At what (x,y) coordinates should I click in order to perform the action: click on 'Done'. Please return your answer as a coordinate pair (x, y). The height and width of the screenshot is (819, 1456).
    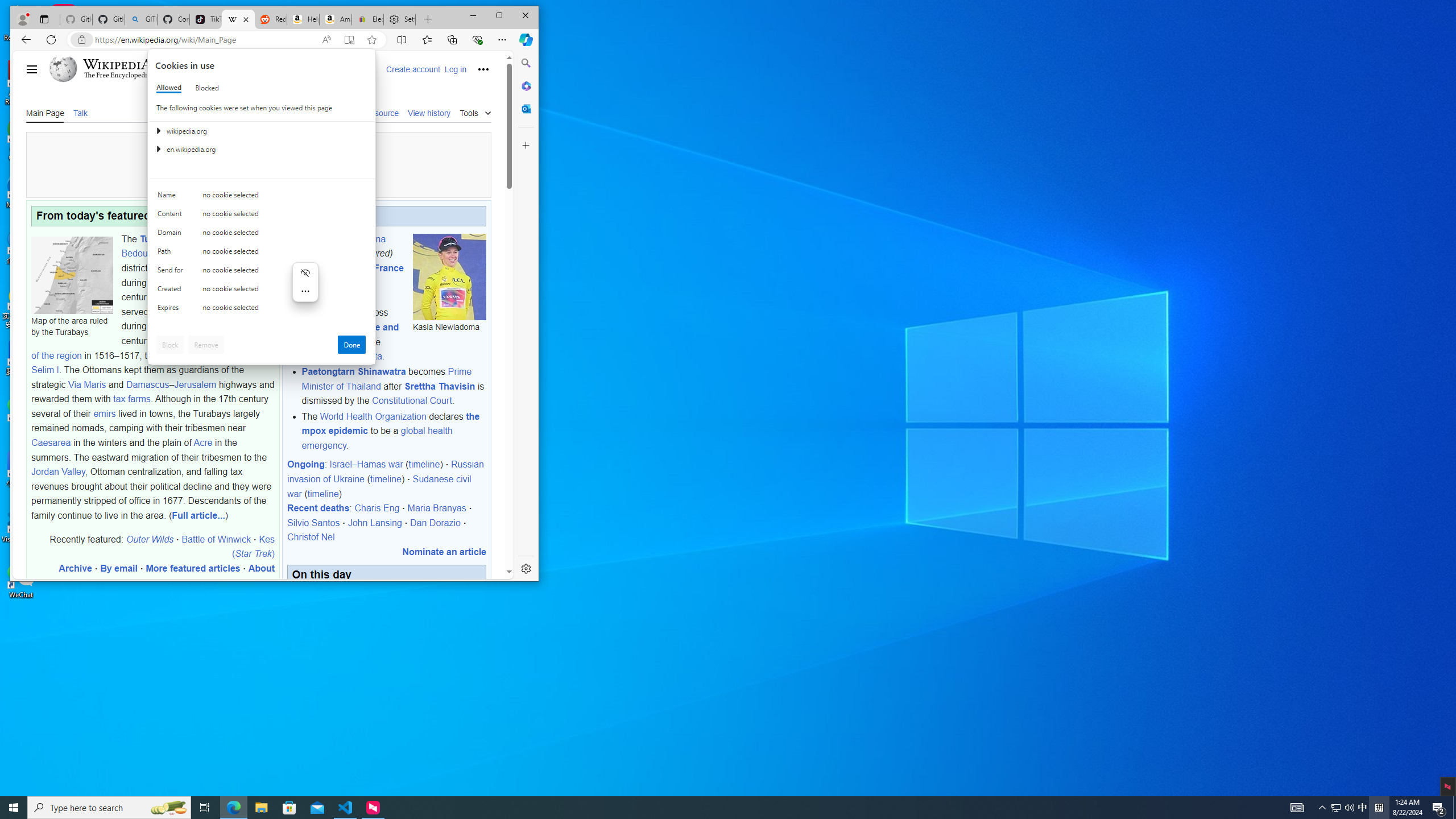
    Looking at the image, I should click on (351, 344).